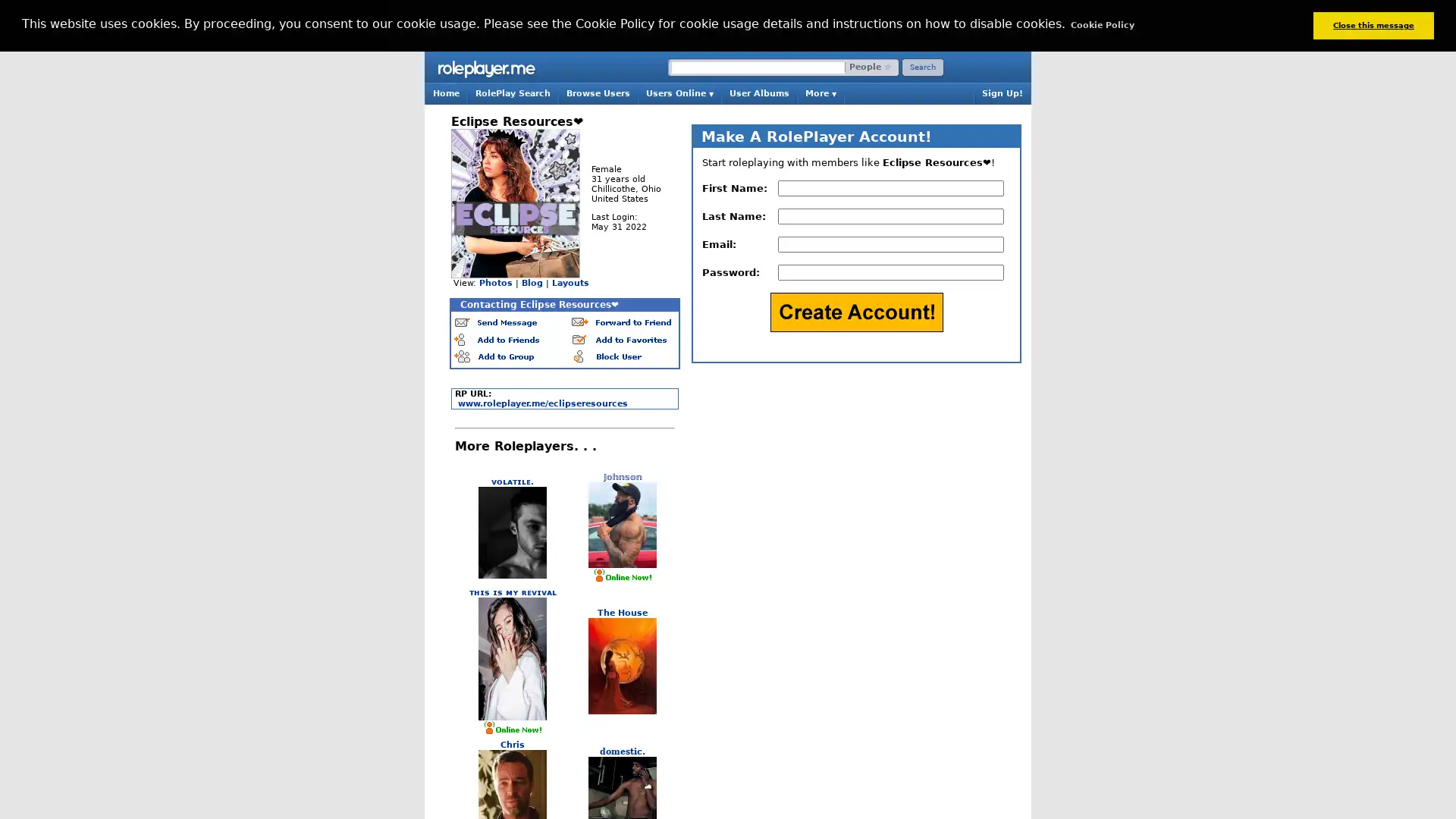 Image resolution: width=1456 pixels, height=819 pixels. Describe the element at coordinates (922, 66) in the screenshot. I see `Search` at that location.